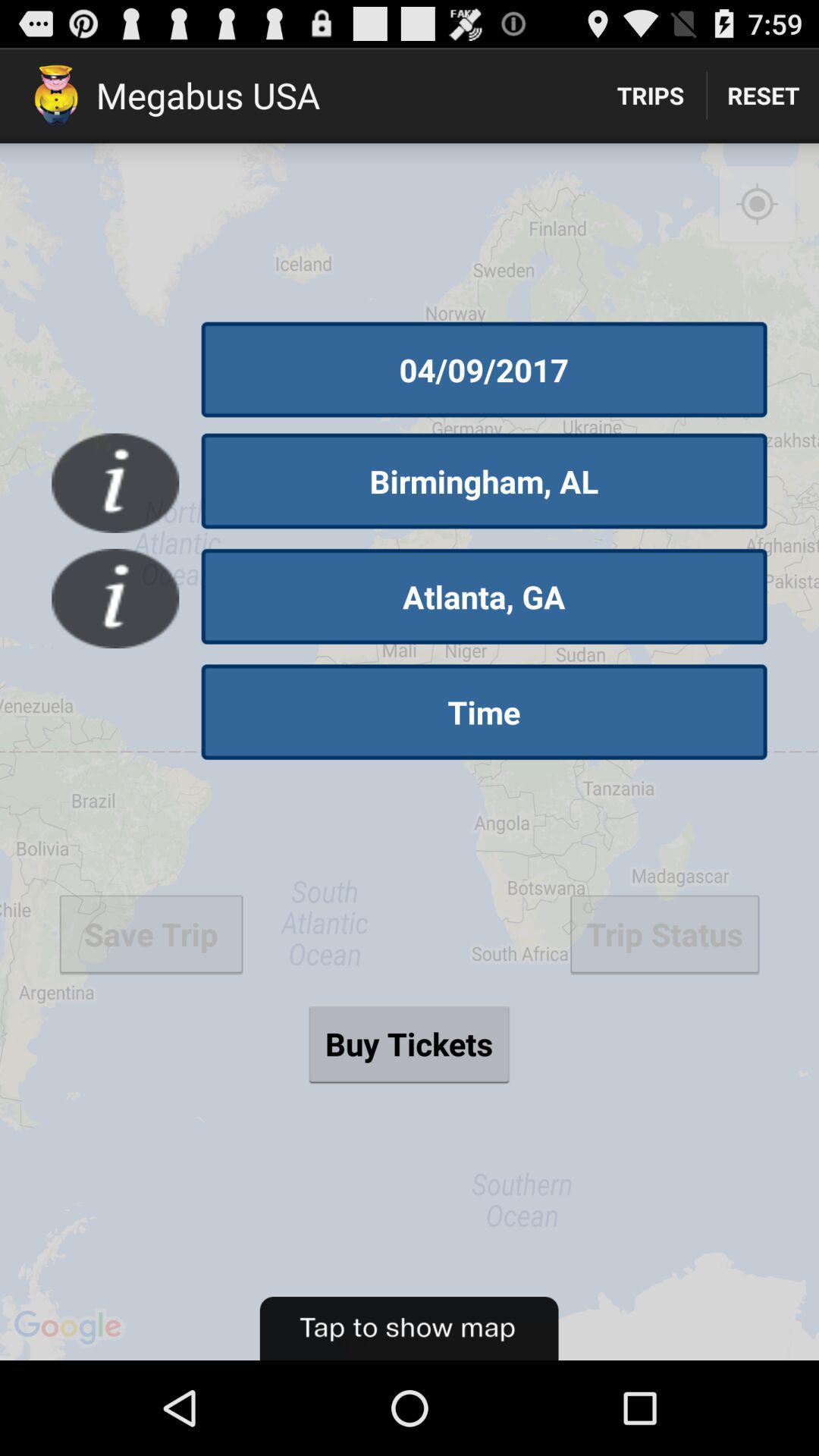 The image size is (819, 1456). What do you see at coordinates (484, 480) in the screenshot?
I see `button above atlanta, ga` at bounding box center [484, 480].